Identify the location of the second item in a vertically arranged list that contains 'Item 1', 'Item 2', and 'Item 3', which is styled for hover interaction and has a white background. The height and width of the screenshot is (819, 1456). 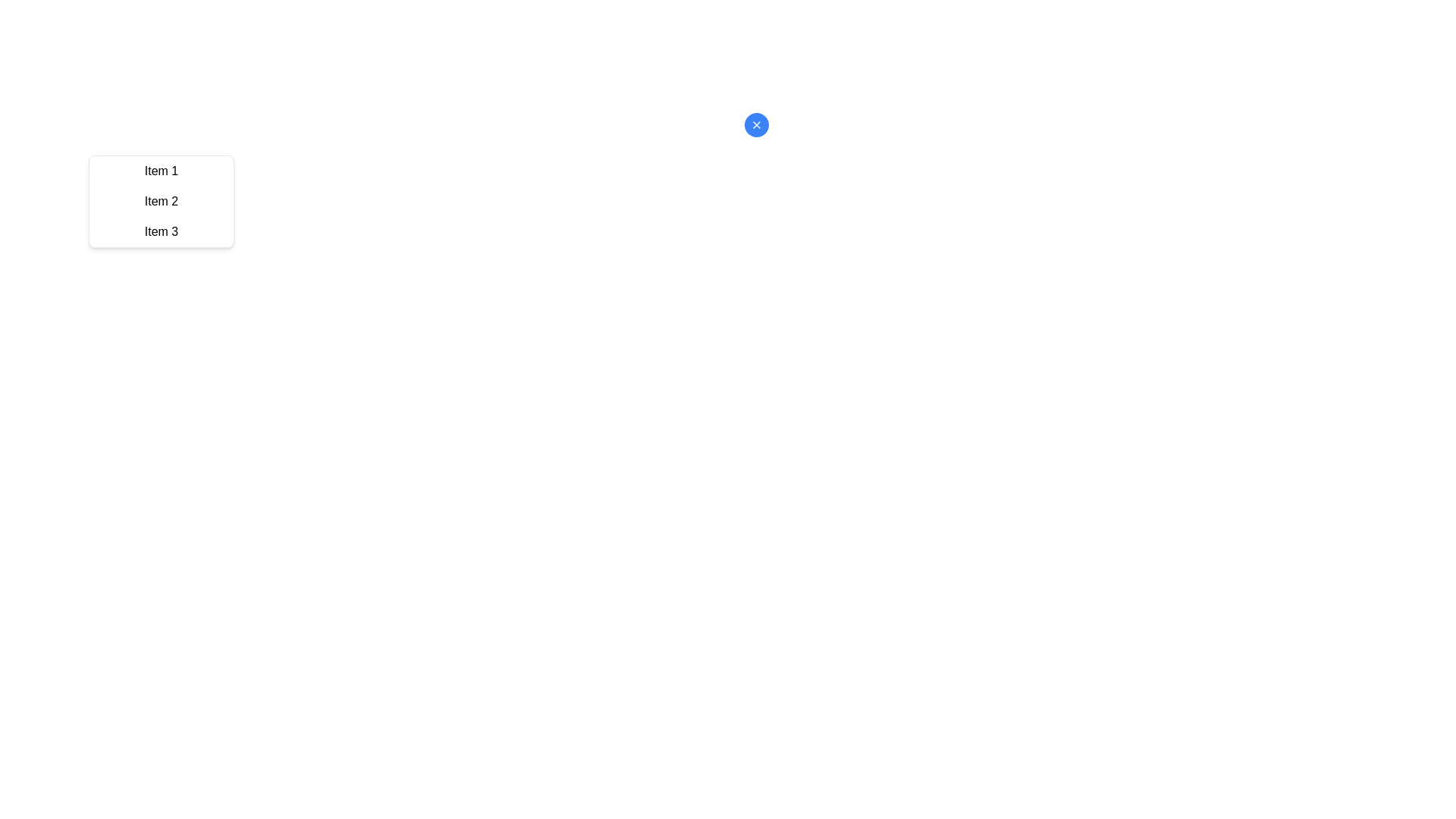
(161, 201).